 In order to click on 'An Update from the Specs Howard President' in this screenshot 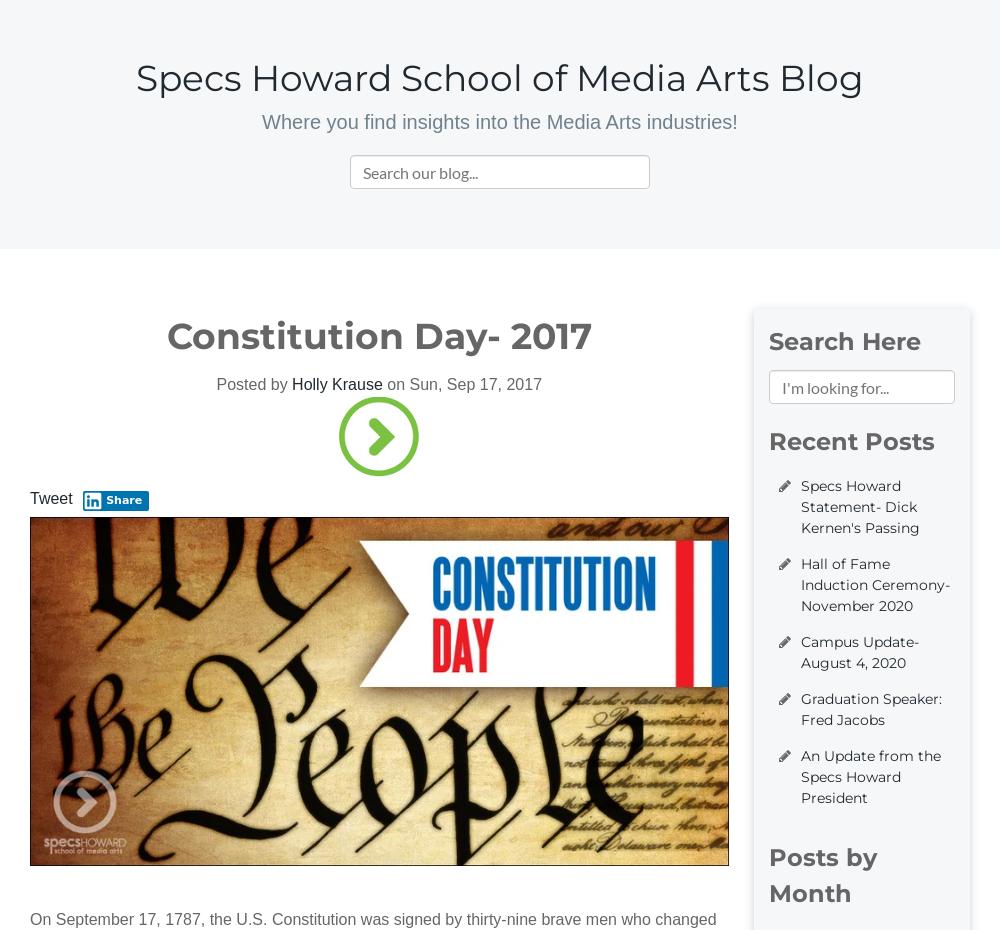, I will do `click(870, 776)`.